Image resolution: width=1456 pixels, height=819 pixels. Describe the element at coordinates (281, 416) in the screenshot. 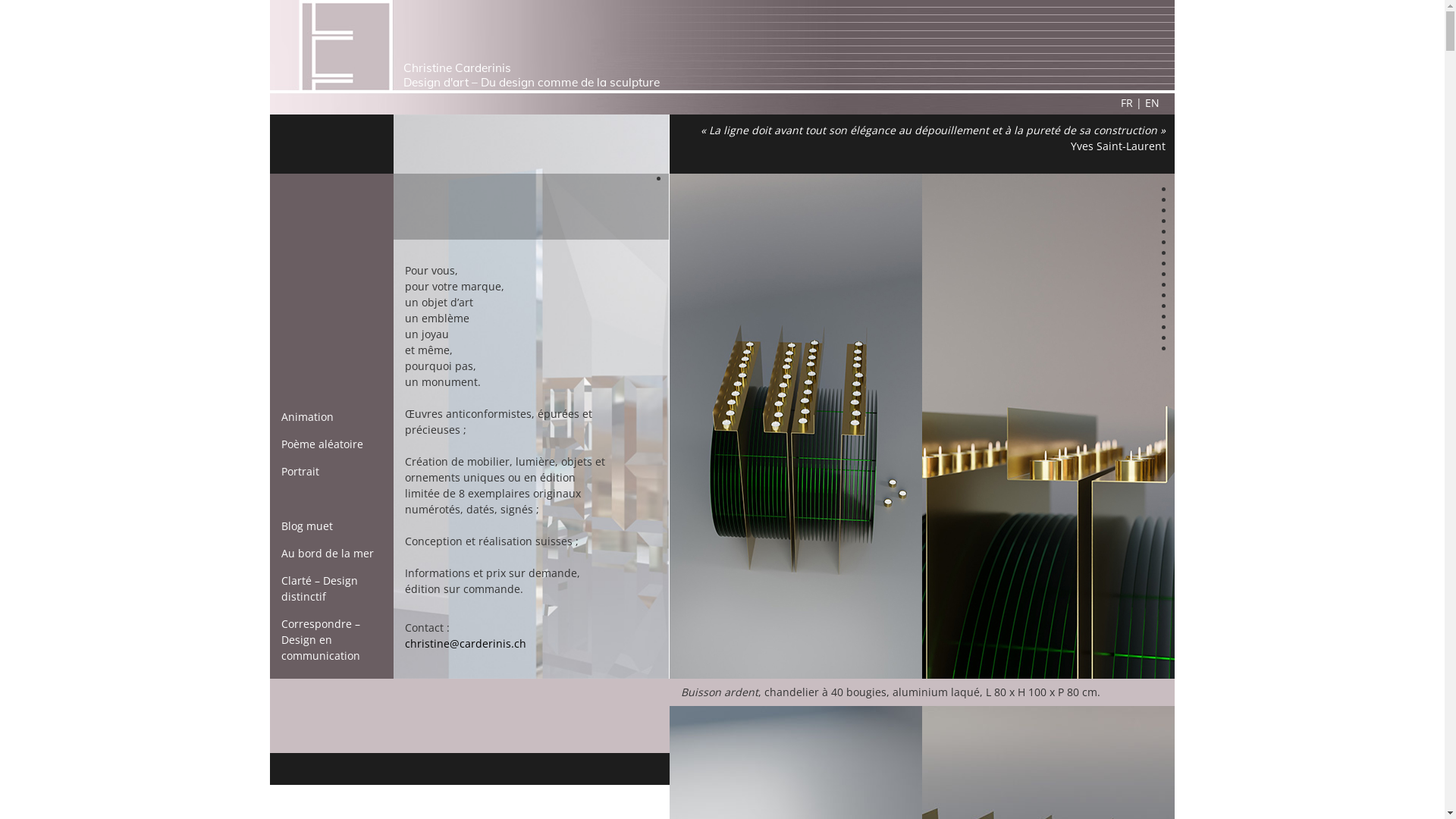

I see `'Animation'` at that location.